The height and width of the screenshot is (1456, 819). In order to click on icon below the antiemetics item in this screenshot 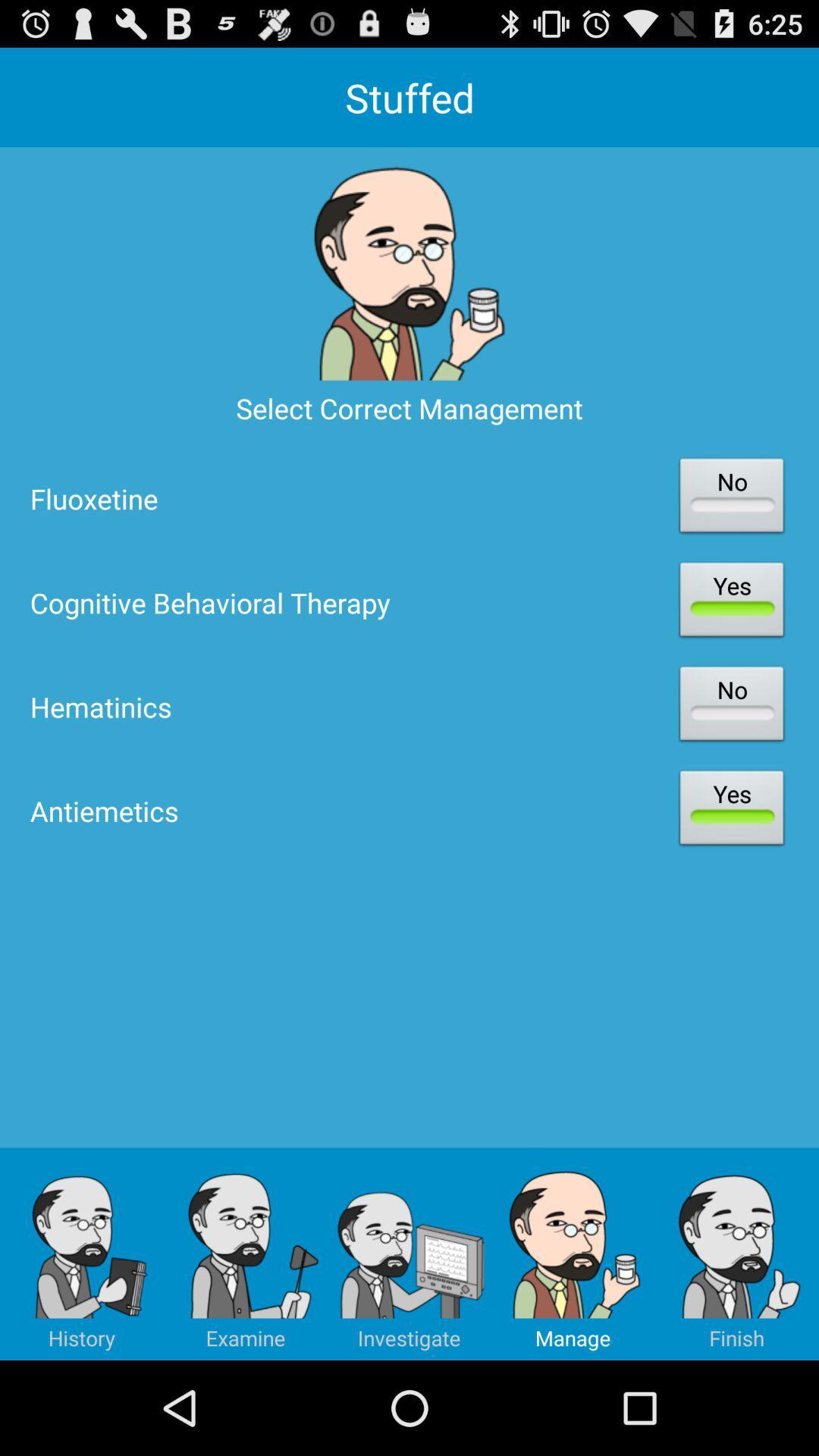, I will do `click(245, 1254)`.